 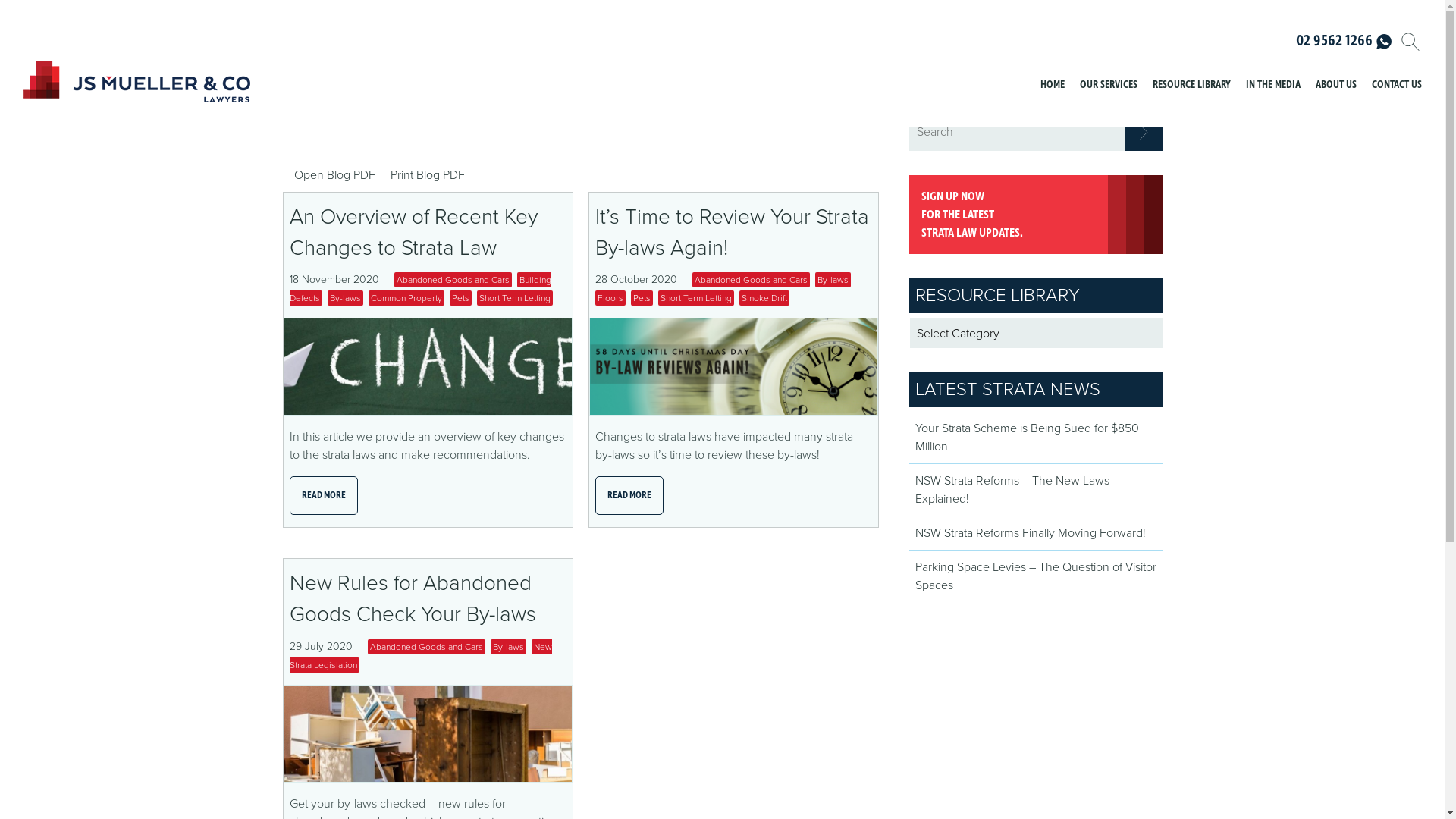 What do you see at coordinates (1030, 532) in the screenshot?
I see `'NSW Strata Reforms Finally Moving Forward!'` at bounding box center [1030, 532].